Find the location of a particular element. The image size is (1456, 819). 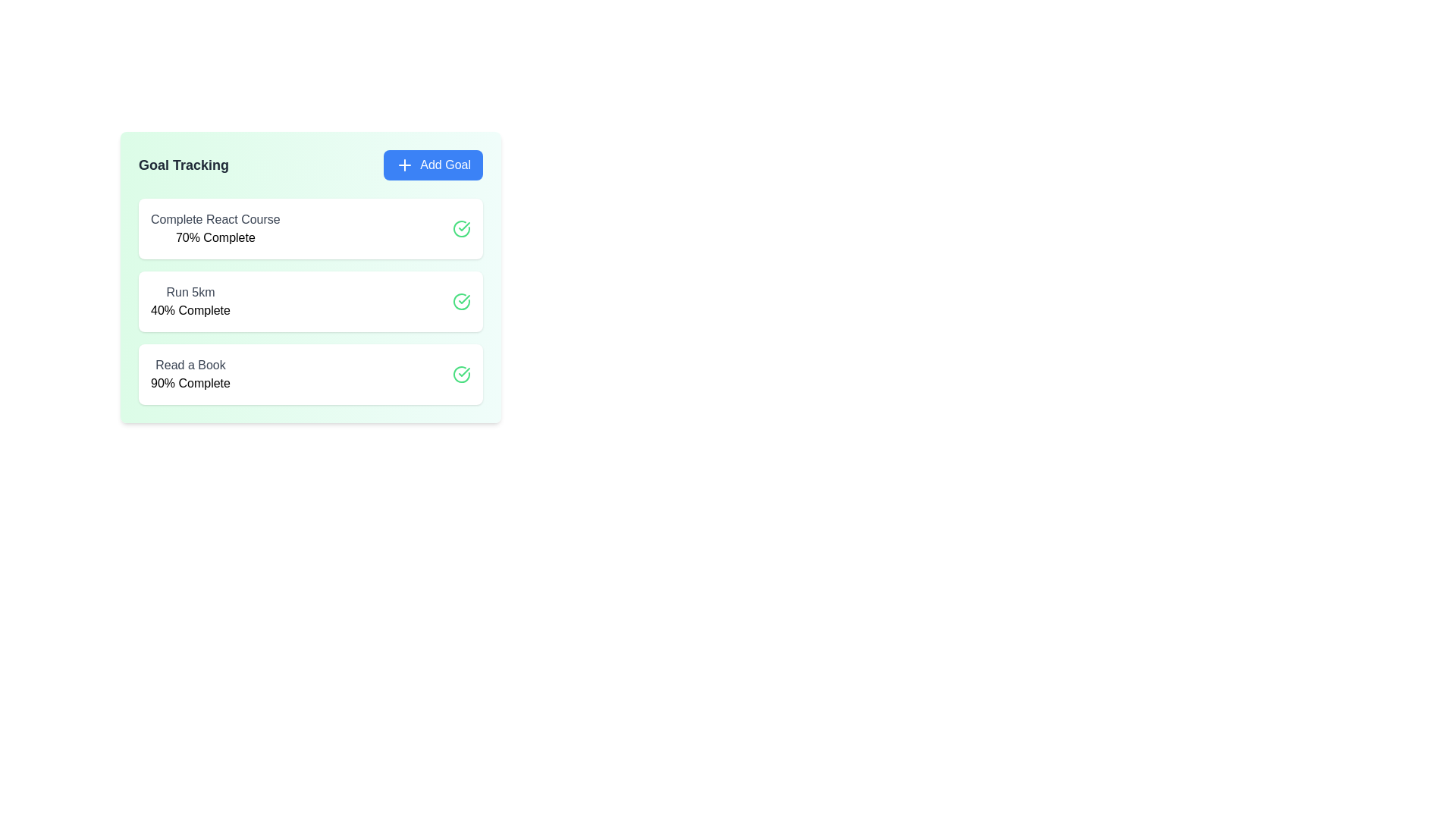

the text display that shows the progress percentage of the associated task, positioned below 'Run 5km' is located at coordinates (190, 309).